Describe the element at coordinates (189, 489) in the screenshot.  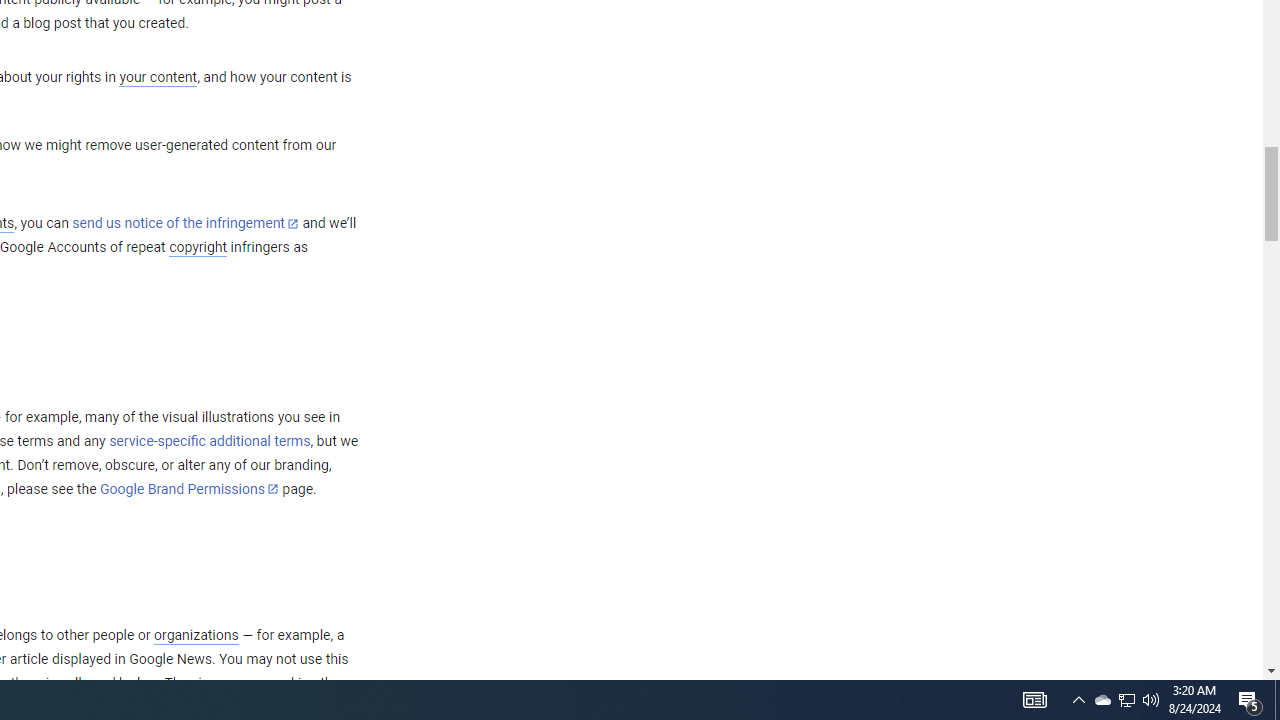
I see `'Google Brand Permissions'` at that location.